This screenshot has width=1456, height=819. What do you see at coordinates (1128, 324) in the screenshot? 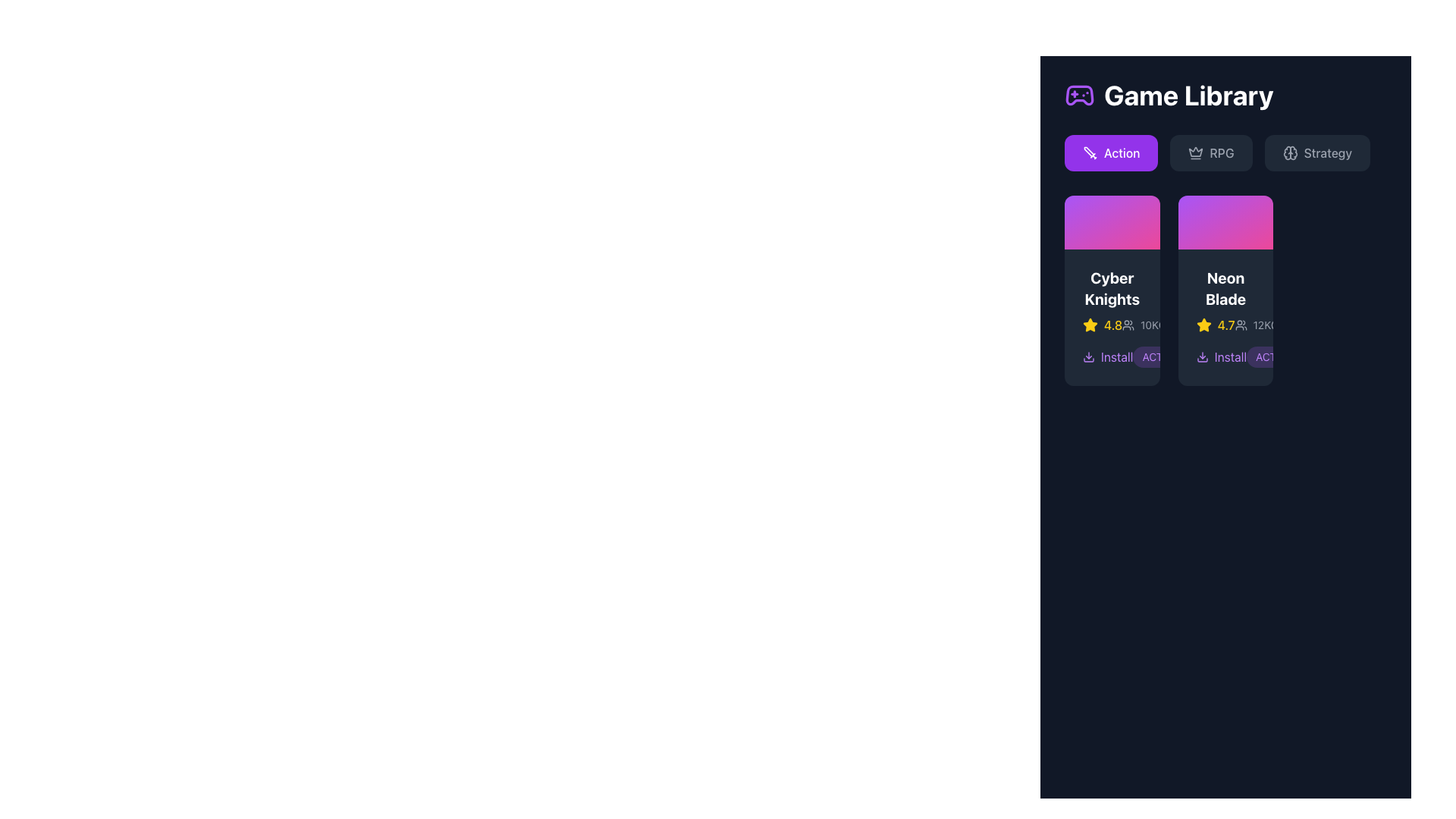
I see `the icon representing the number of users or participants` at bounding box center [1128, 324].